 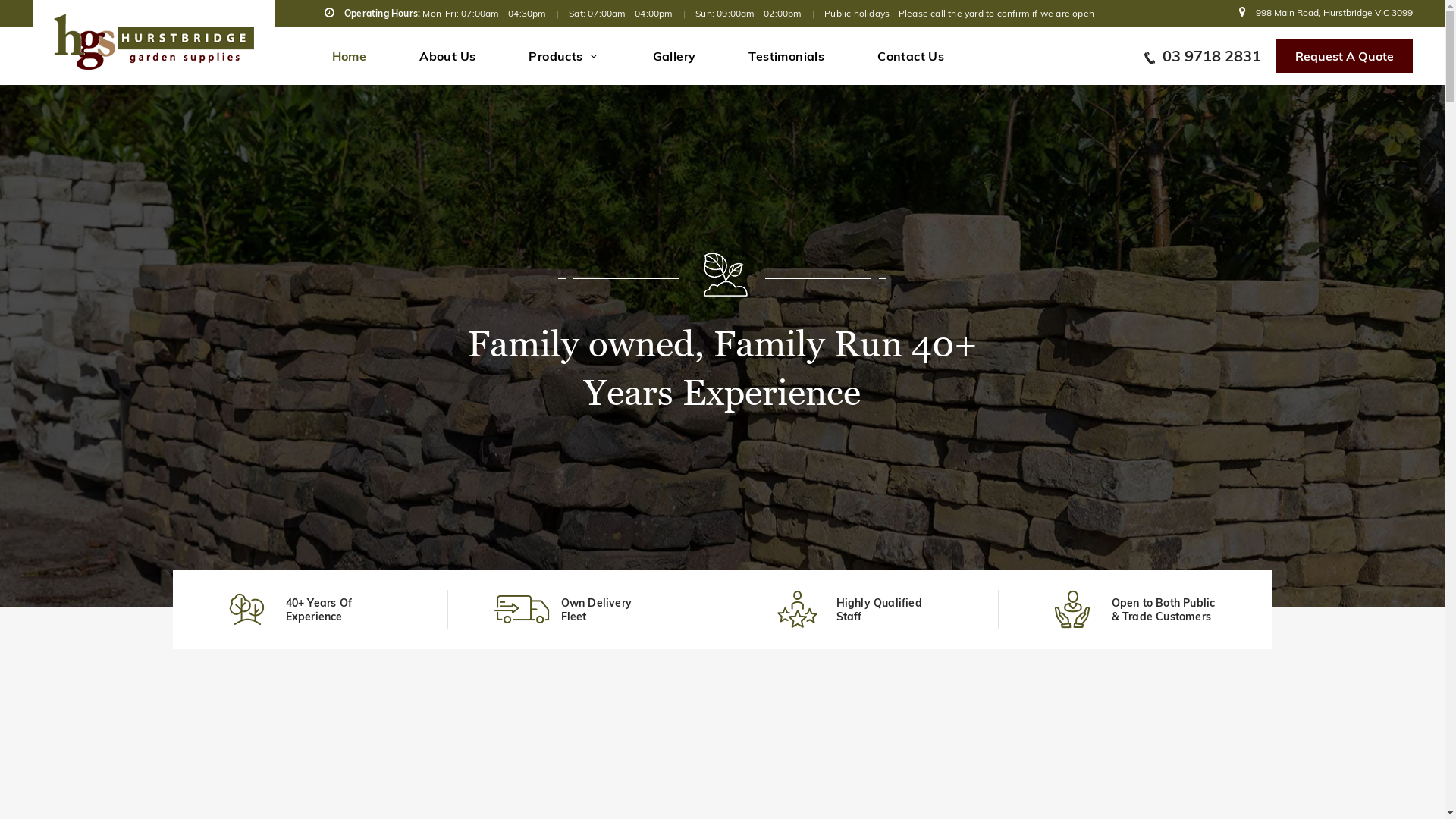 I want to click on 'Request A Quote', so click(x=1343, y=55).